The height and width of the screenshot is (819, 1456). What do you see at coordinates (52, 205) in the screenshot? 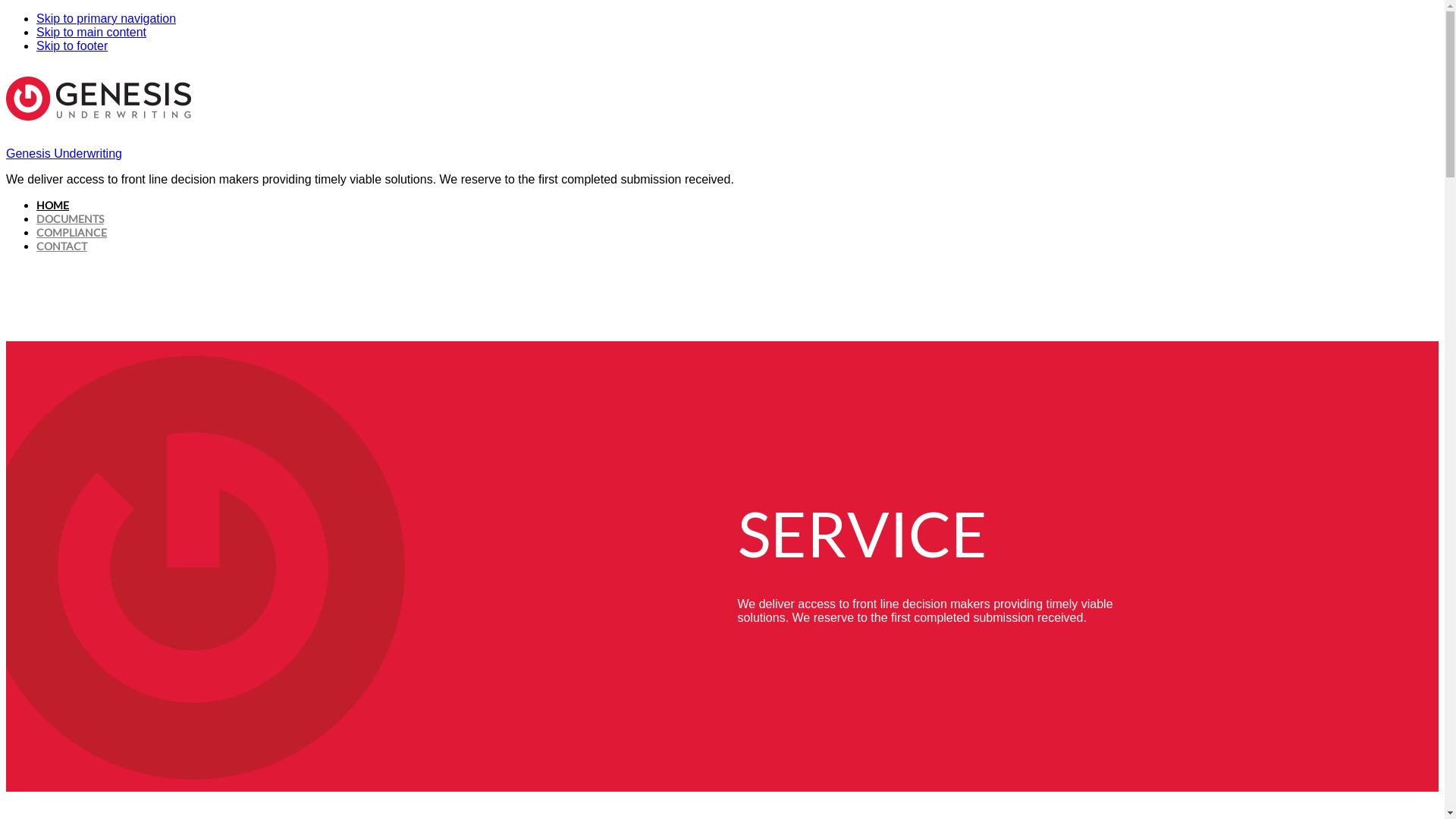
I see `'HOME'` at bounding box center [52, 205].